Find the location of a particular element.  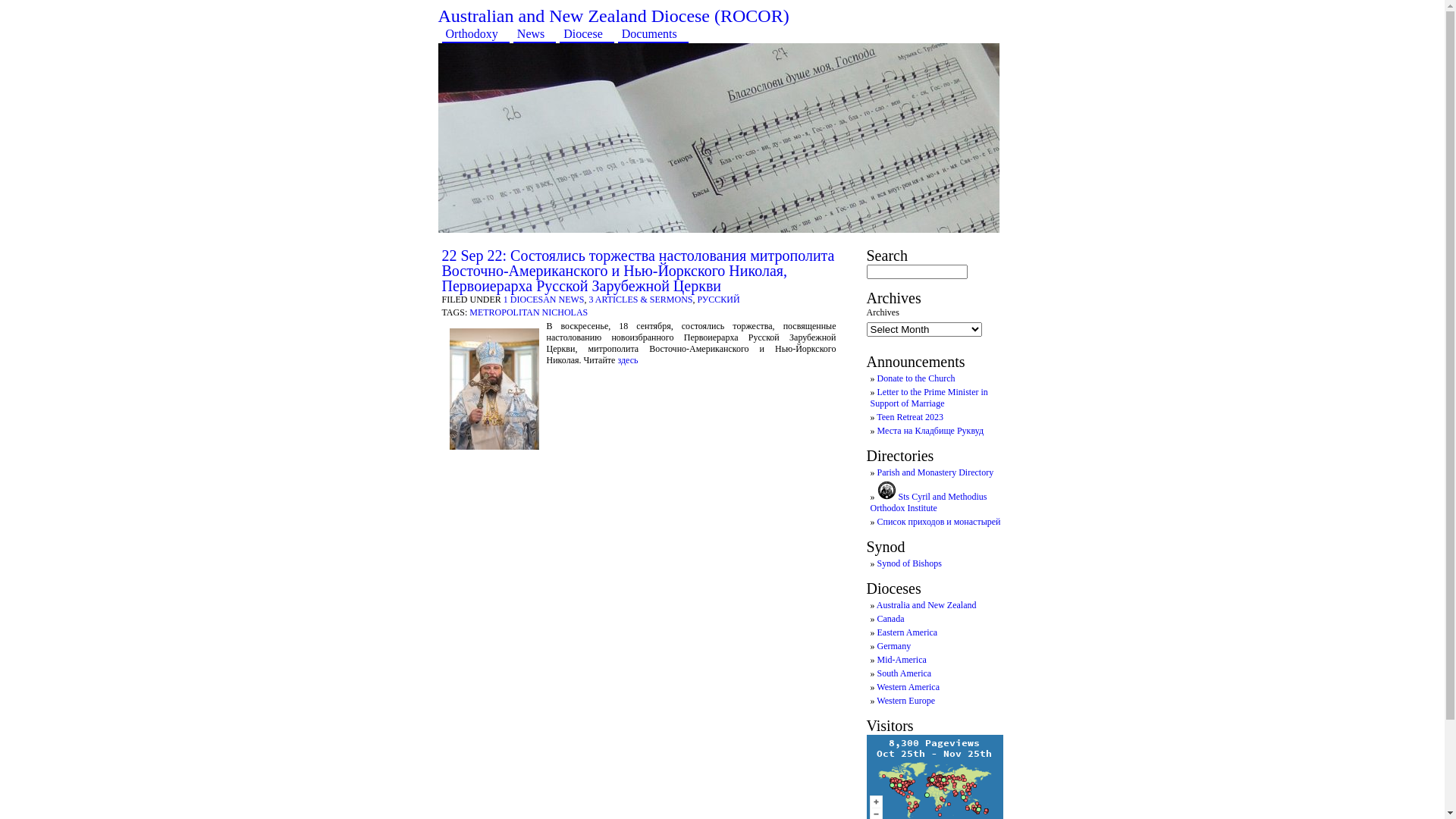

'Canada' is located at coordinates (877, 619).